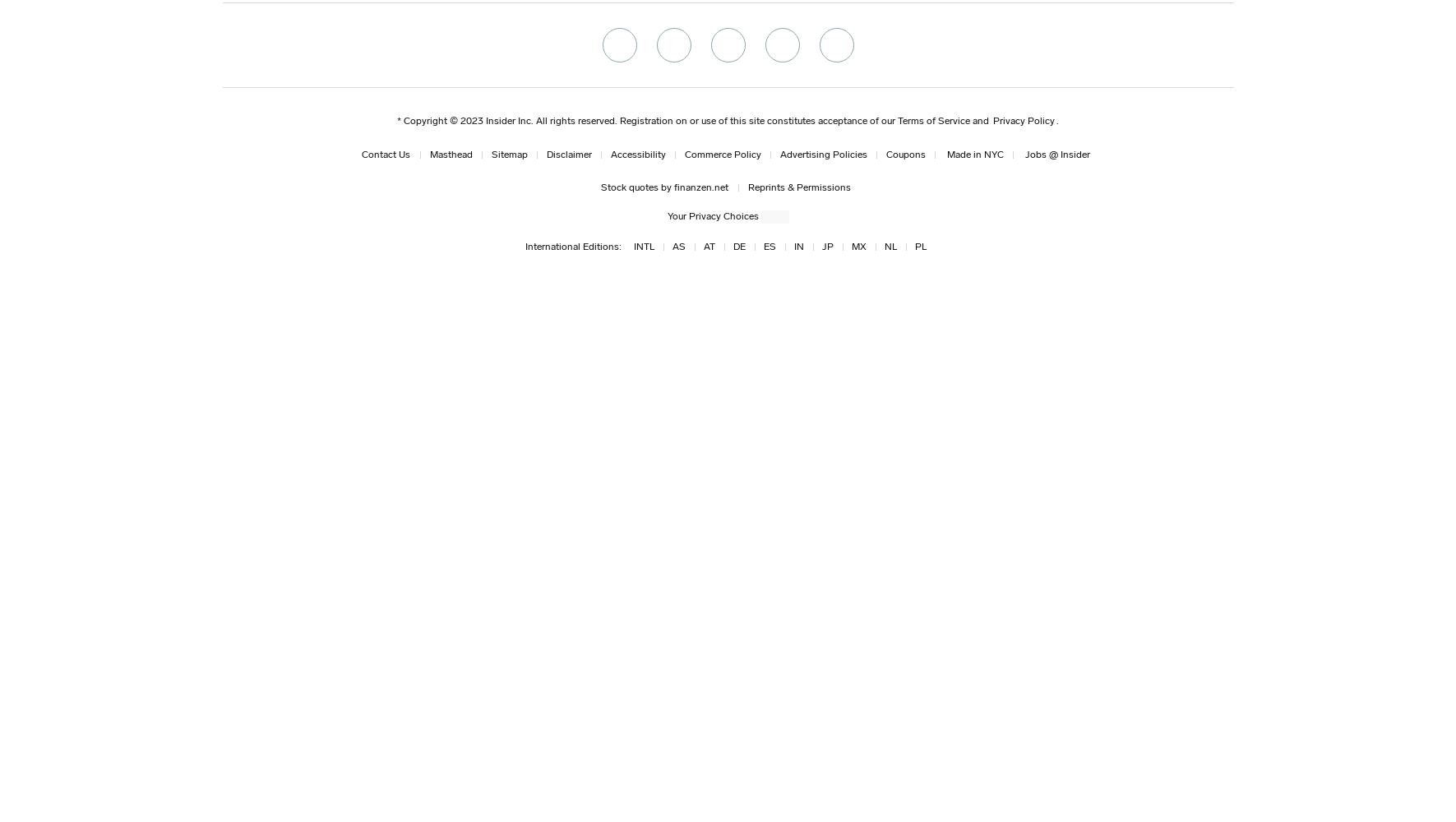 Image resolution: width=1456 pixels, height=822 pixels. I want to click on 'Steve Rogers:', so click(225, 290).